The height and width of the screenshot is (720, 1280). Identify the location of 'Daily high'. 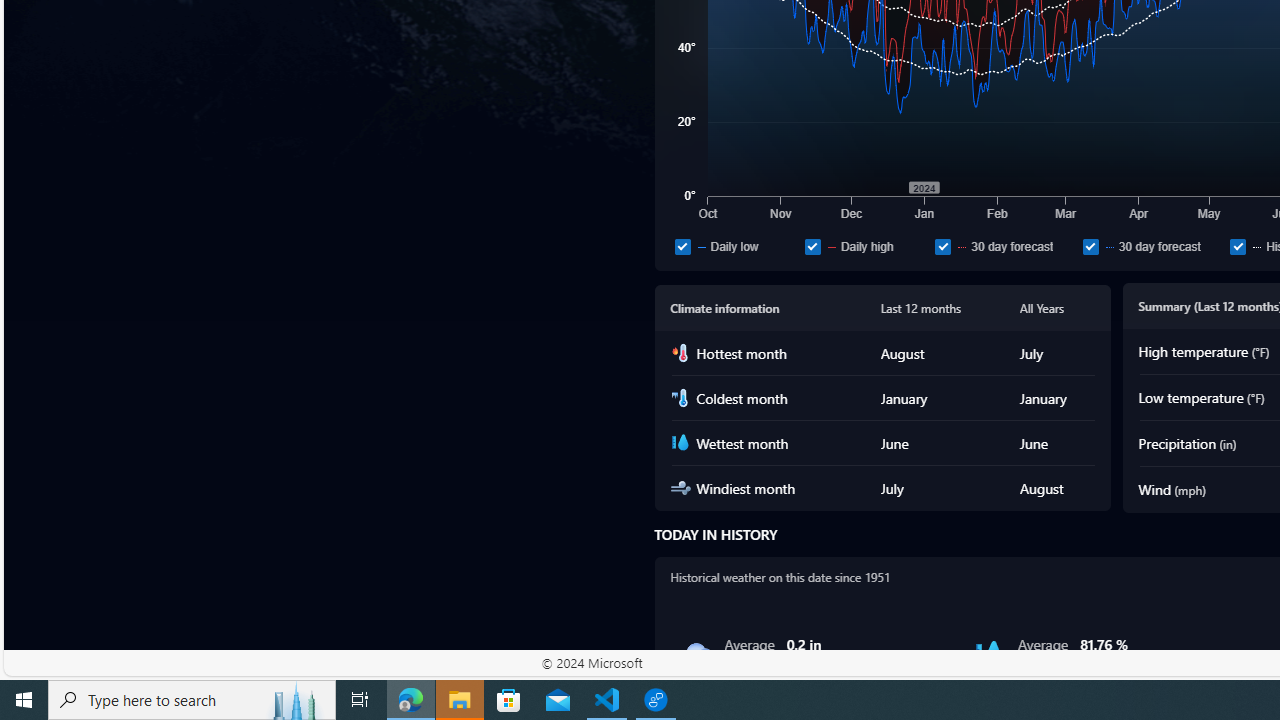
(865, 245).